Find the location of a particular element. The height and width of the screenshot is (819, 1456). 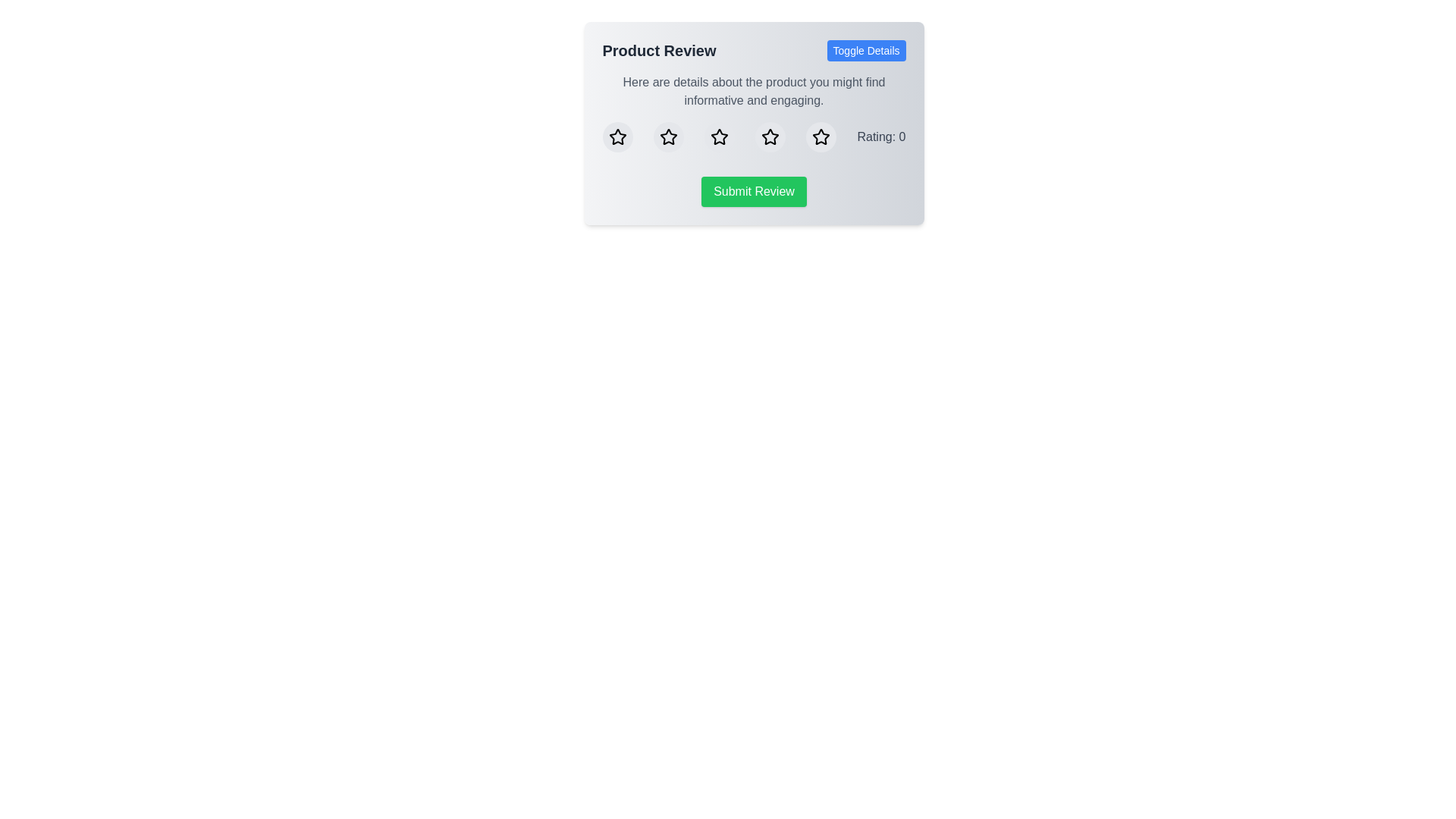

the 'Toggle Details' button to toggle the visibility of the additional details is located at coordinates (866, 49).